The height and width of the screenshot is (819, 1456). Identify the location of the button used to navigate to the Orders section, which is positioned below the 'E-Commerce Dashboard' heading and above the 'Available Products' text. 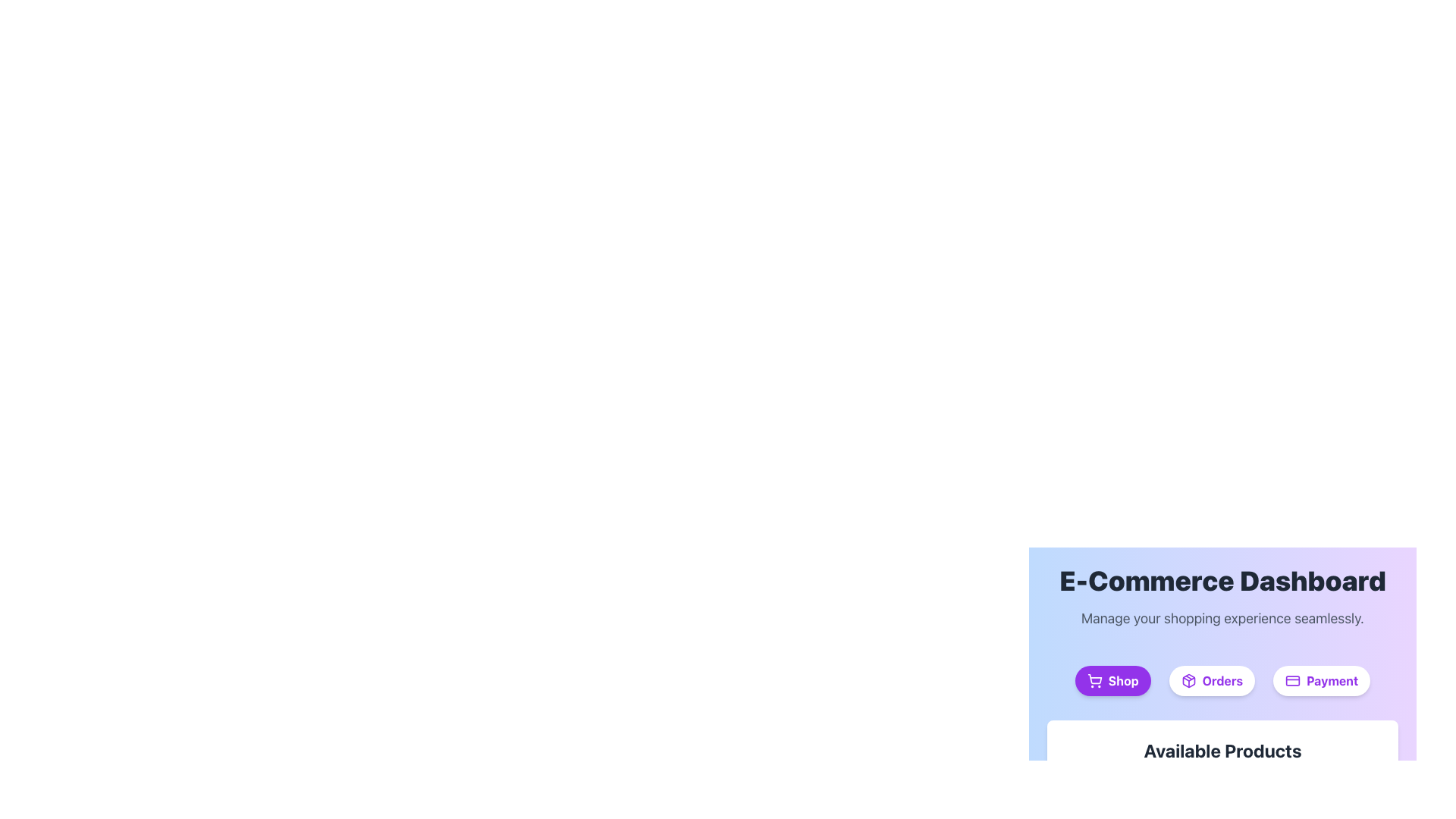
(1211, 680).